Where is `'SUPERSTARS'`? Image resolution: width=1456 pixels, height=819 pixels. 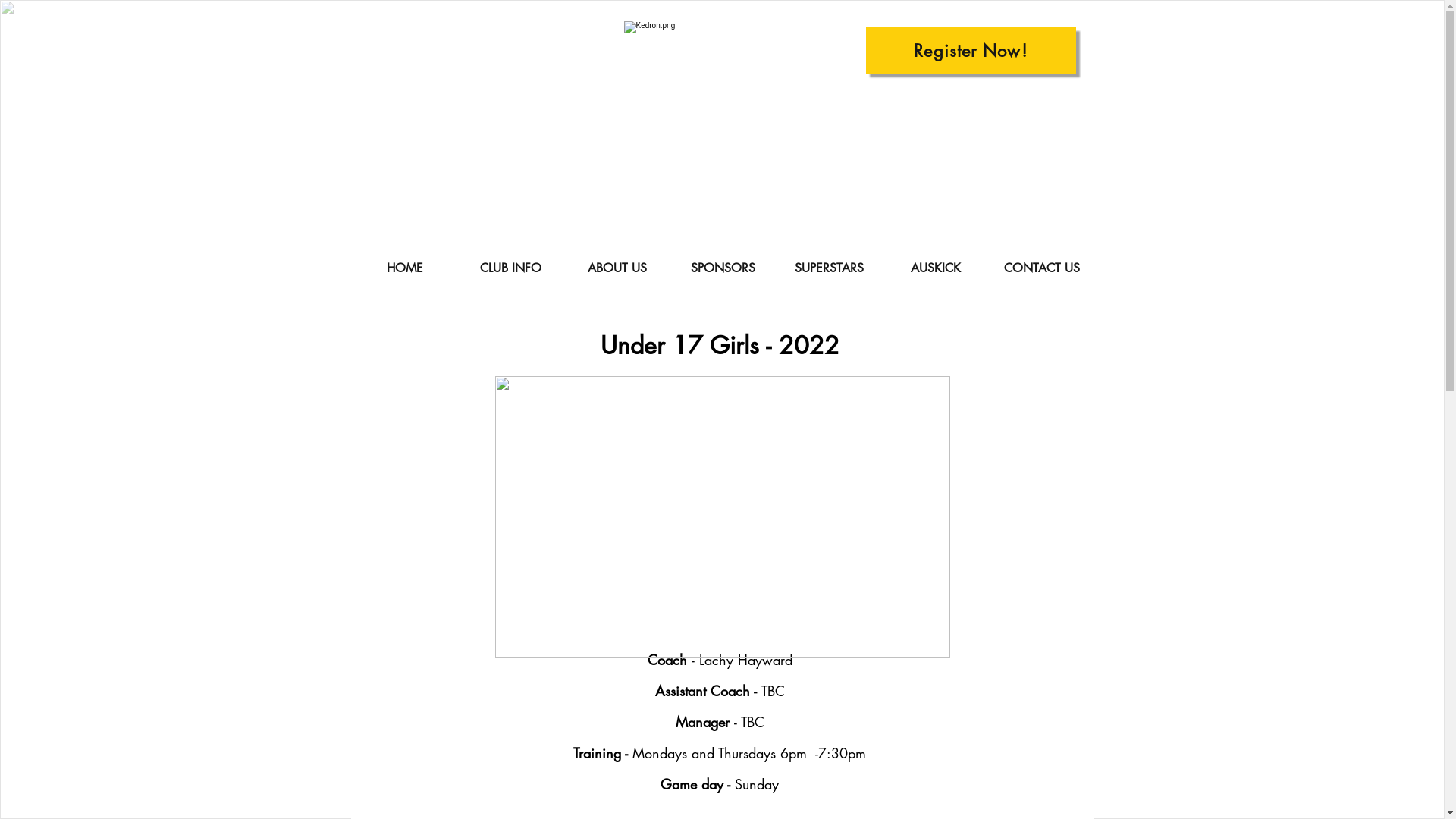 'SUPERSTARS' is located at coordinates (776, 268).